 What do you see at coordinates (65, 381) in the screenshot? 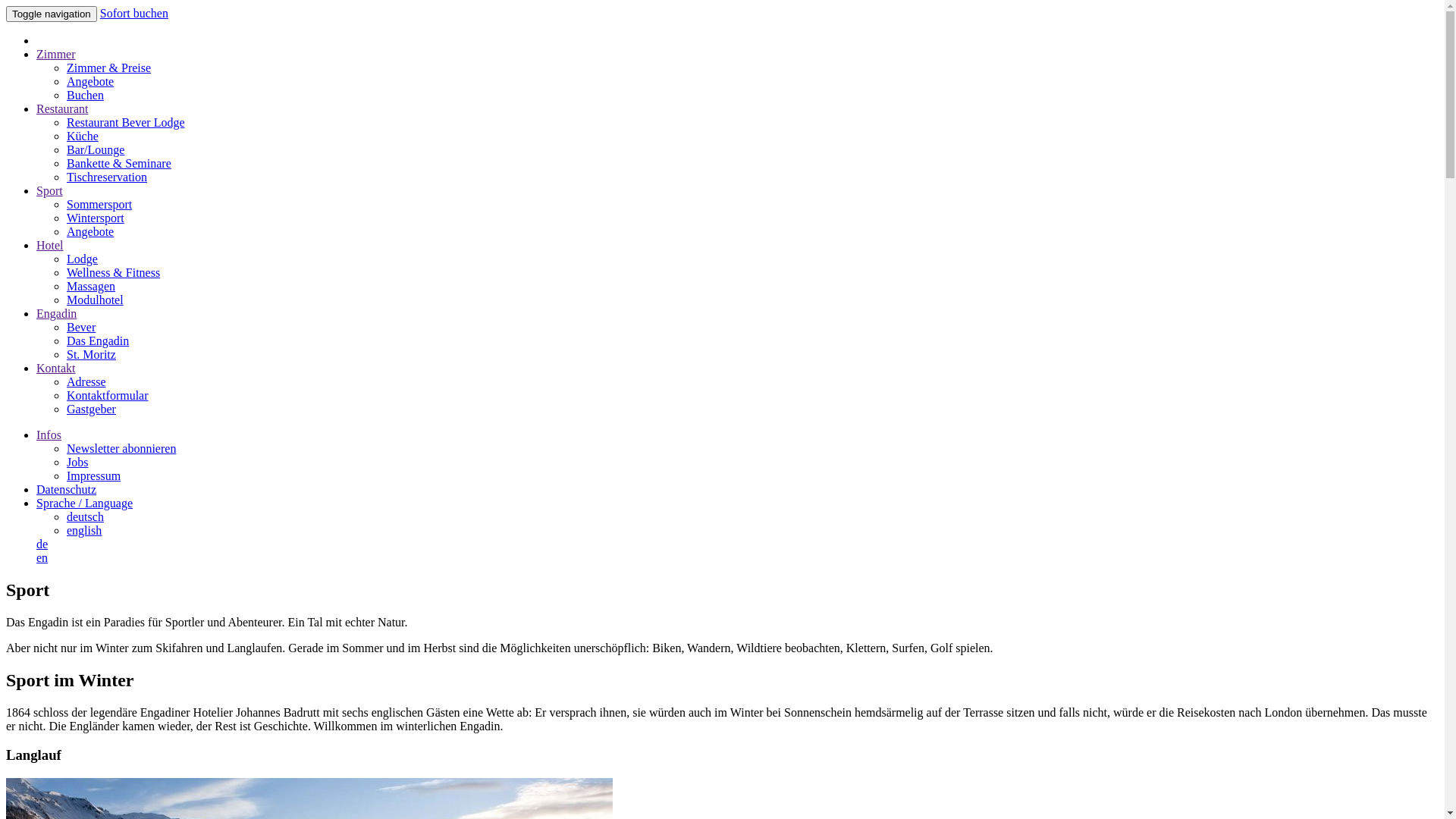
I see `'Adresse'` at bounding box center [65, 381].